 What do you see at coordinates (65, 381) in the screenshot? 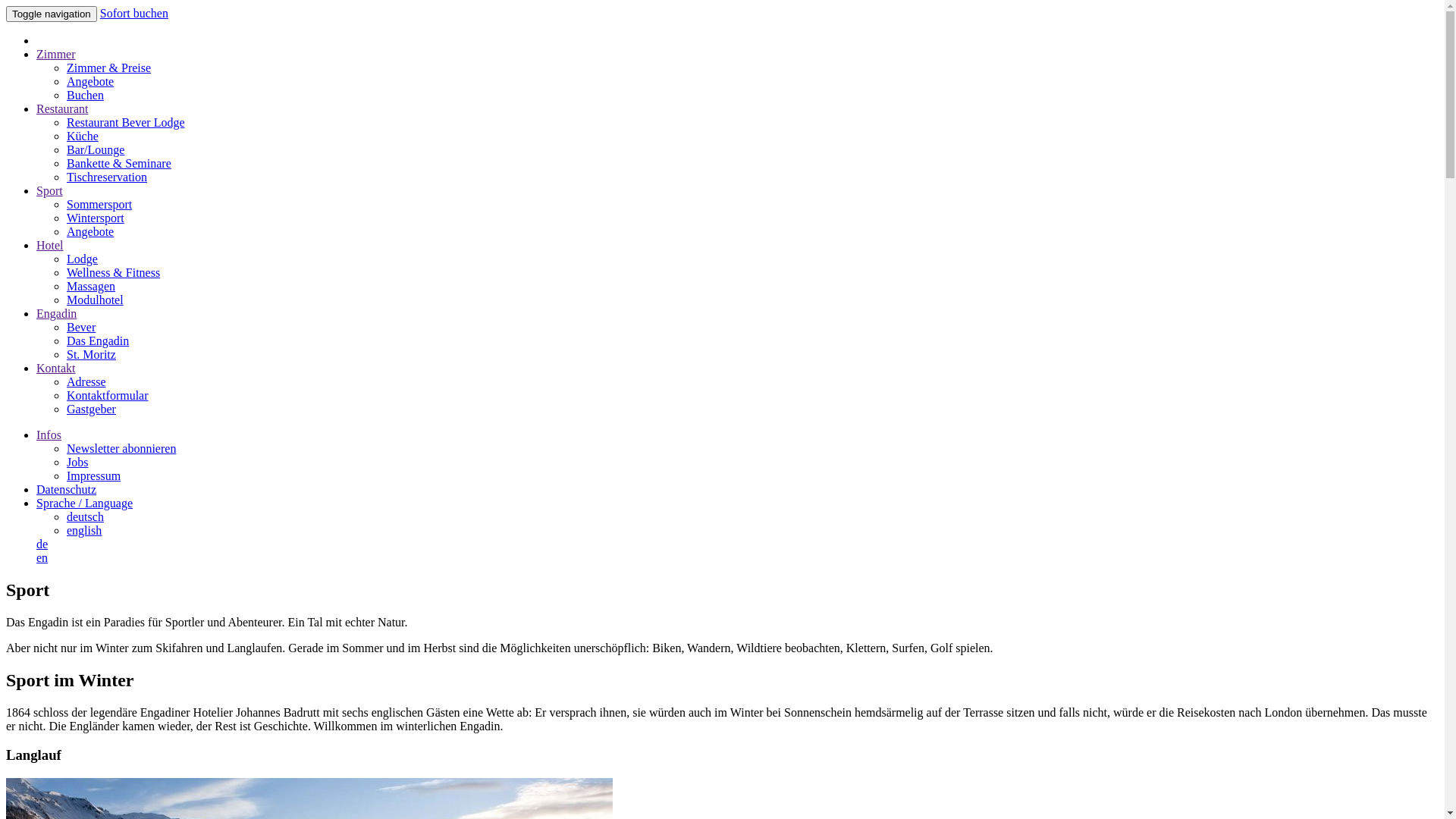
I see `'Adresse'` at bounding box center [65, 381].